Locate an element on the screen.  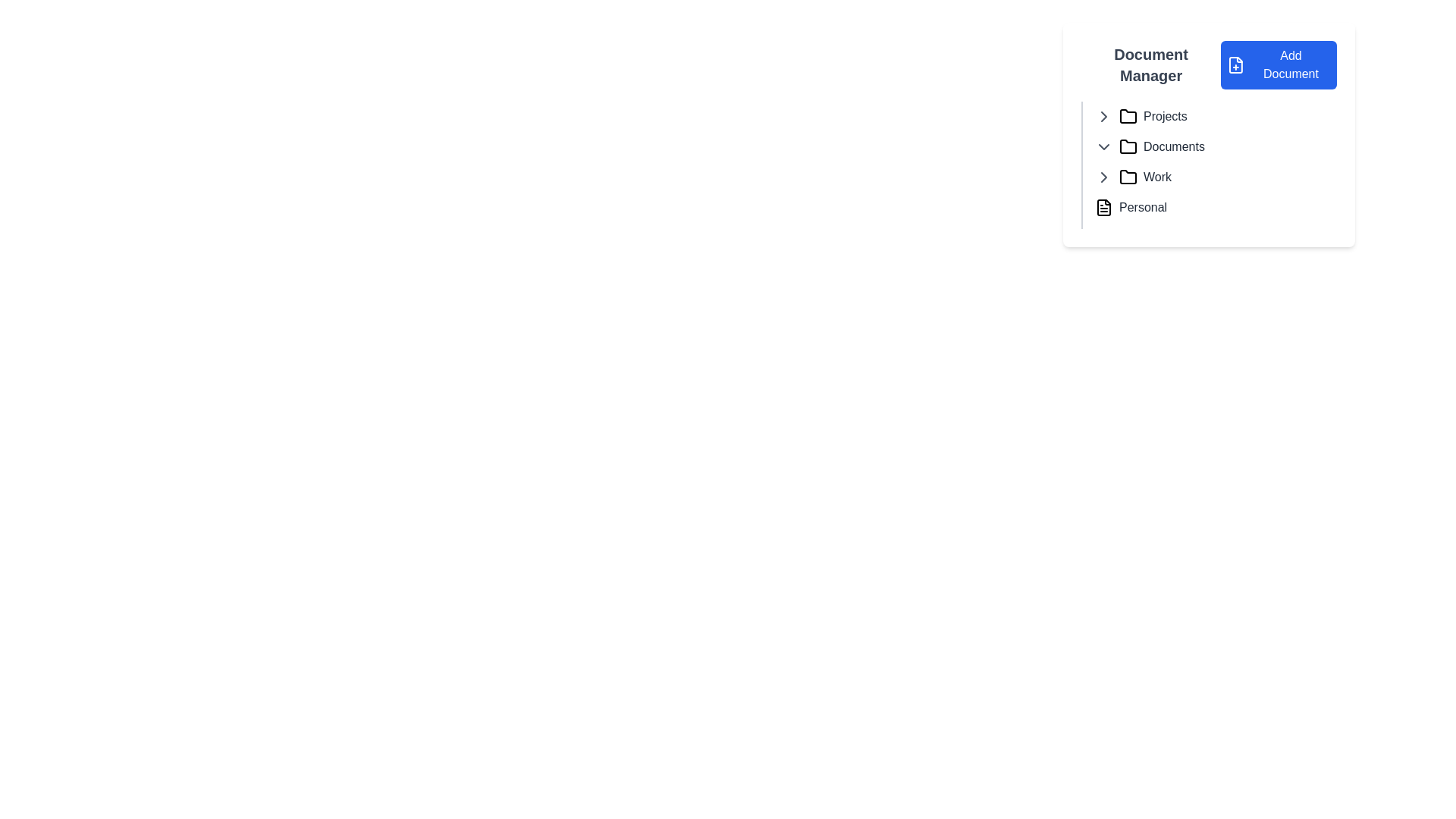
the decorative SVG folder icon located is located at coordinates (1128, 116).